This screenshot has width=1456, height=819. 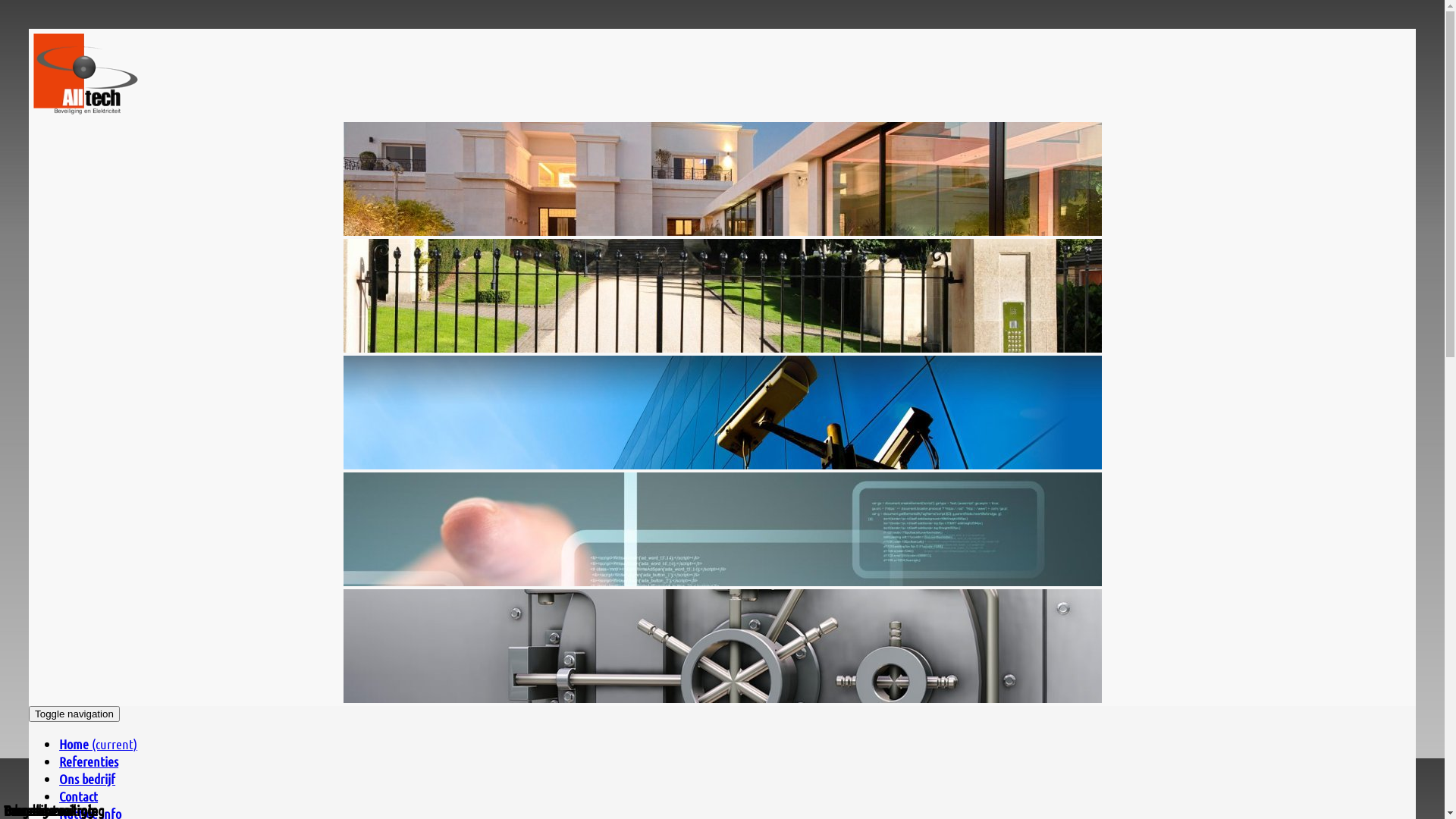 What do you see at coordinates (86, 778) in the screenshot?
I see `'Ons bedrijf'` at bounding box center [86, 778].